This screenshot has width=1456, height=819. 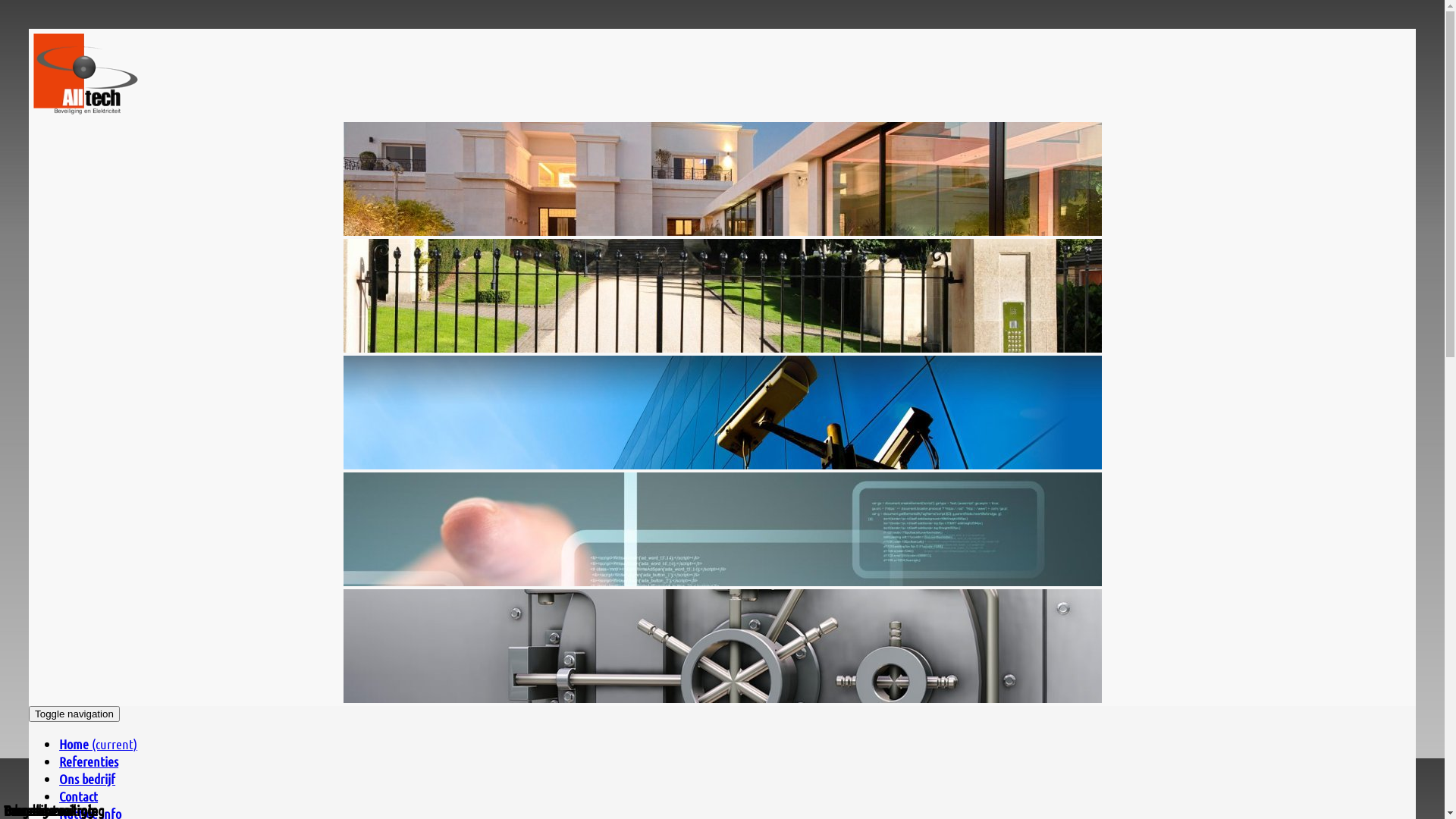 What do you see at coordinates (86, 778) in the screenshot?
I see `'Ons bedrijf'` at bounding box center [86, 778].